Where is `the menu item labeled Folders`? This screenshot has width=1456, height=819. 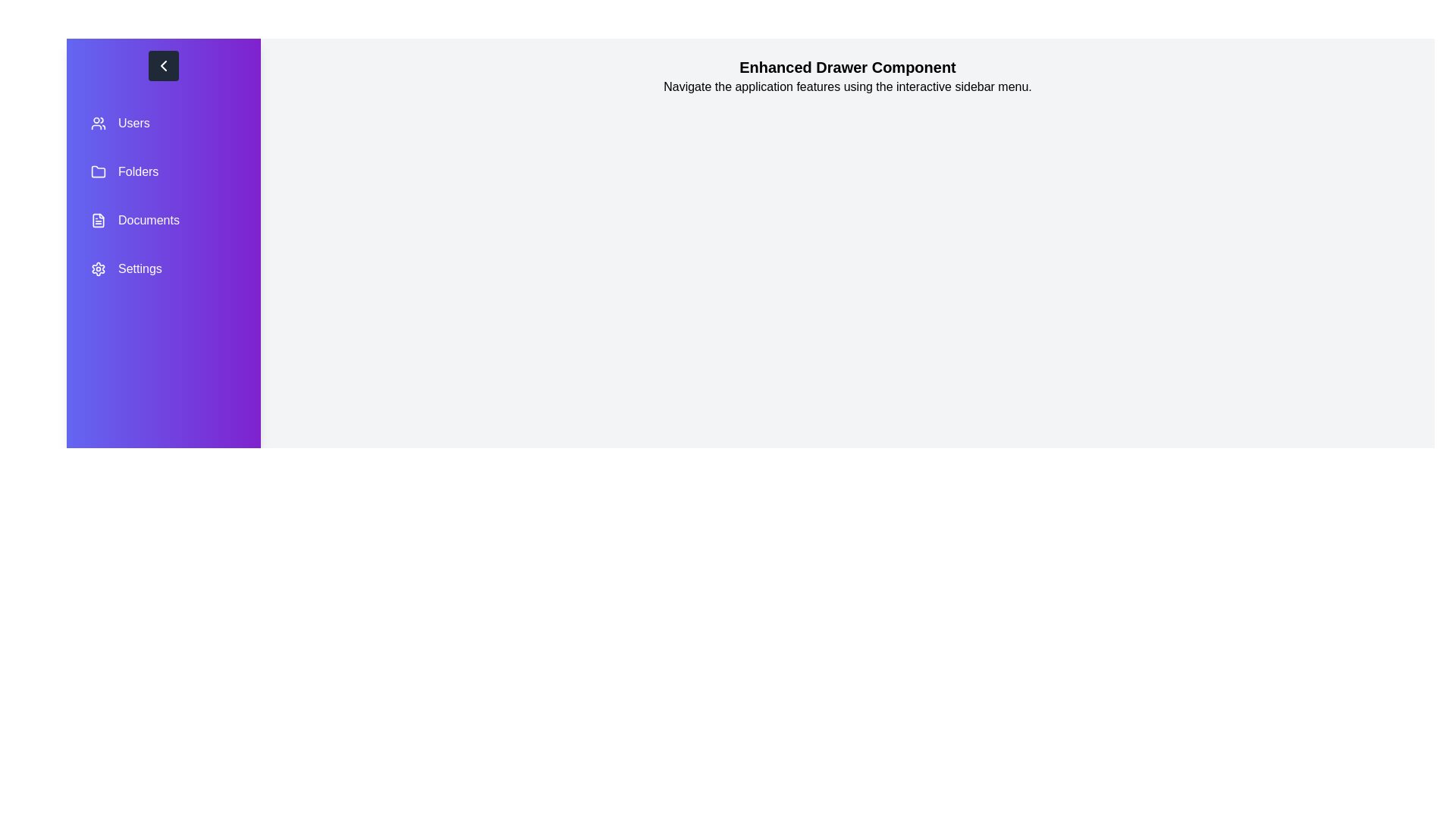
the menu item labeled Folders is located at coordinates (164, 171).